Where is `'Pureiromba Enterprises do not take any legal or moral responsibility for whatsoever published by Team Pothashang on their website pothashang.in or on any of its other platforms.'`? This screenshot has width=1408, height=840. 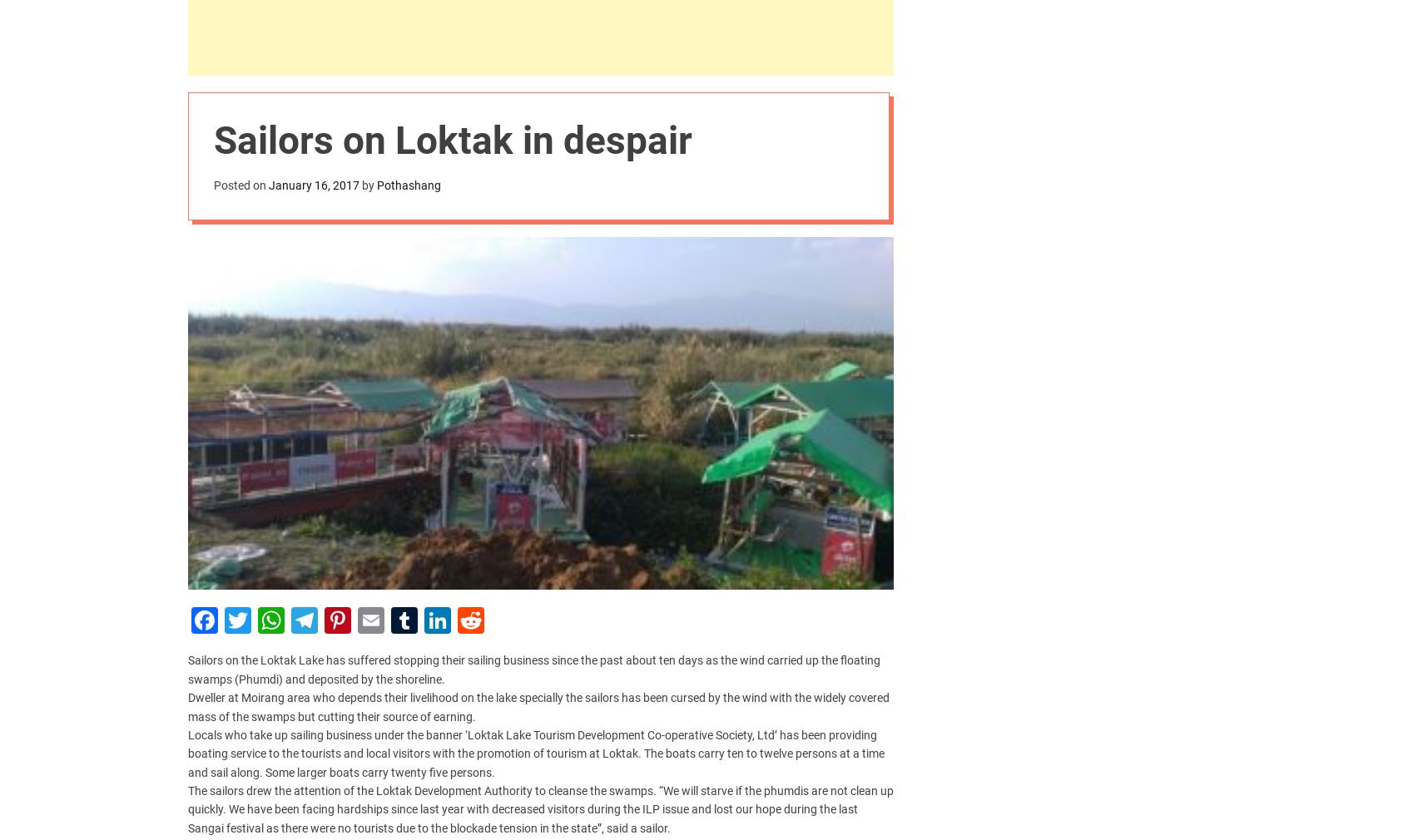 'Pureiromba Enterprises do not take any legal or moral responsibility for whatsoever published by Team Pothashang on their website pothashang.in or on any of its other platforms.' is located at coordinates (441, 527).